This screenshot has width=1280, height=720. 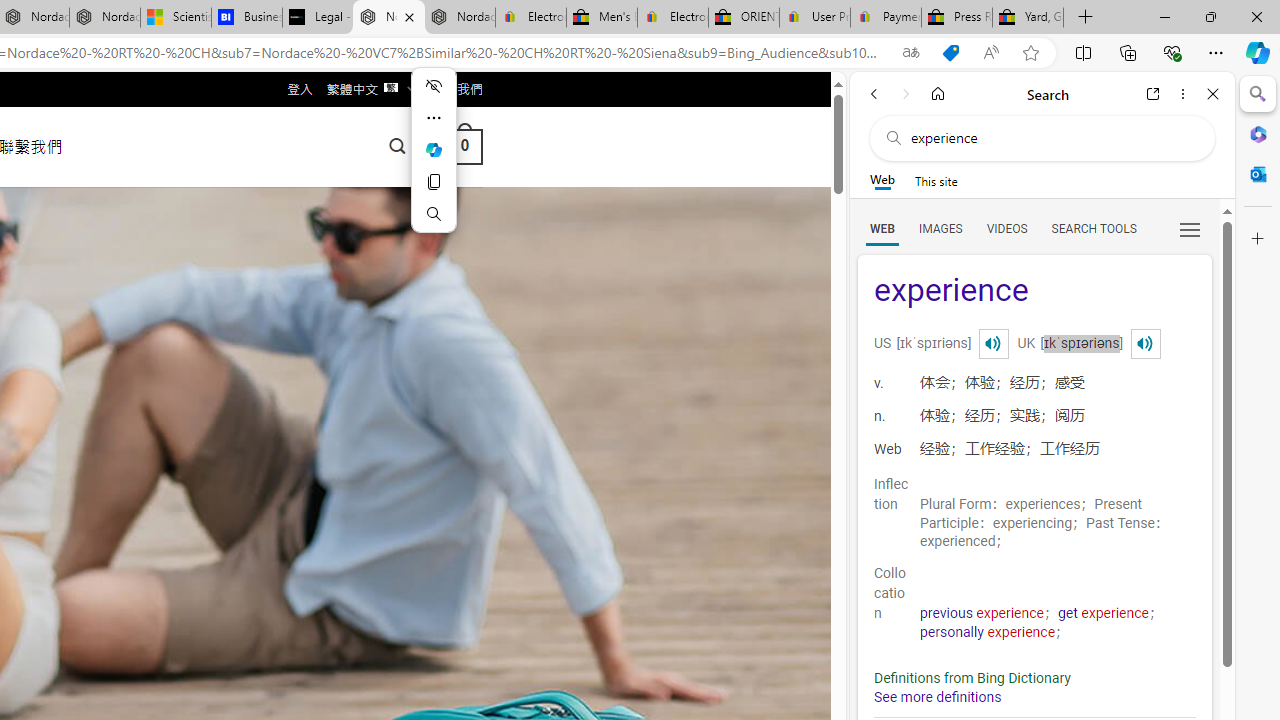 I want to click on 'Mini menu on text selection', so click(x=432, y=148).